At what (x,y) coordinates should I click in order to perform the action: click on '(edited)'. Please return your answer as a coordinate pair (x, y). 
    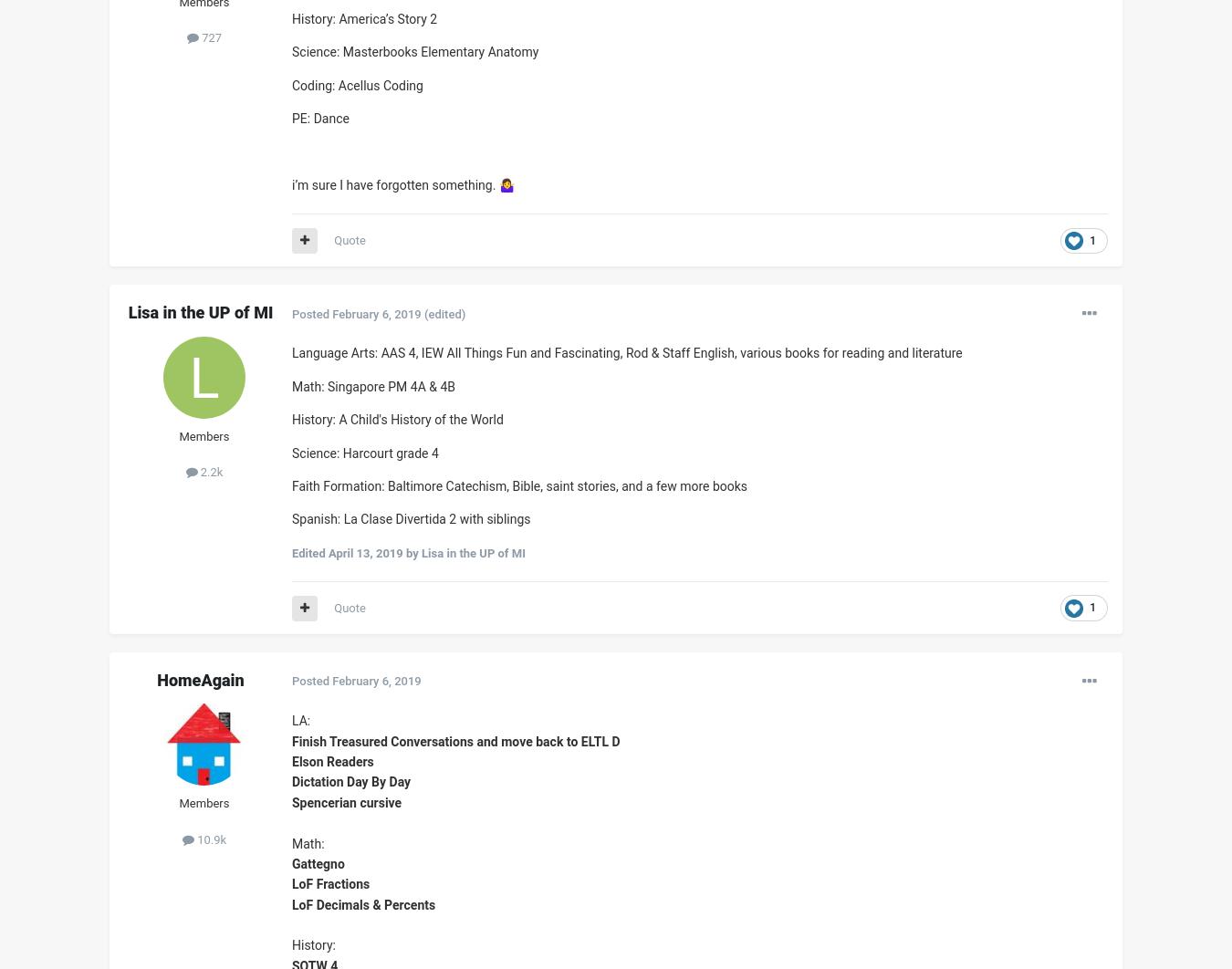
    Looking at the image, I should click on (443, 312).